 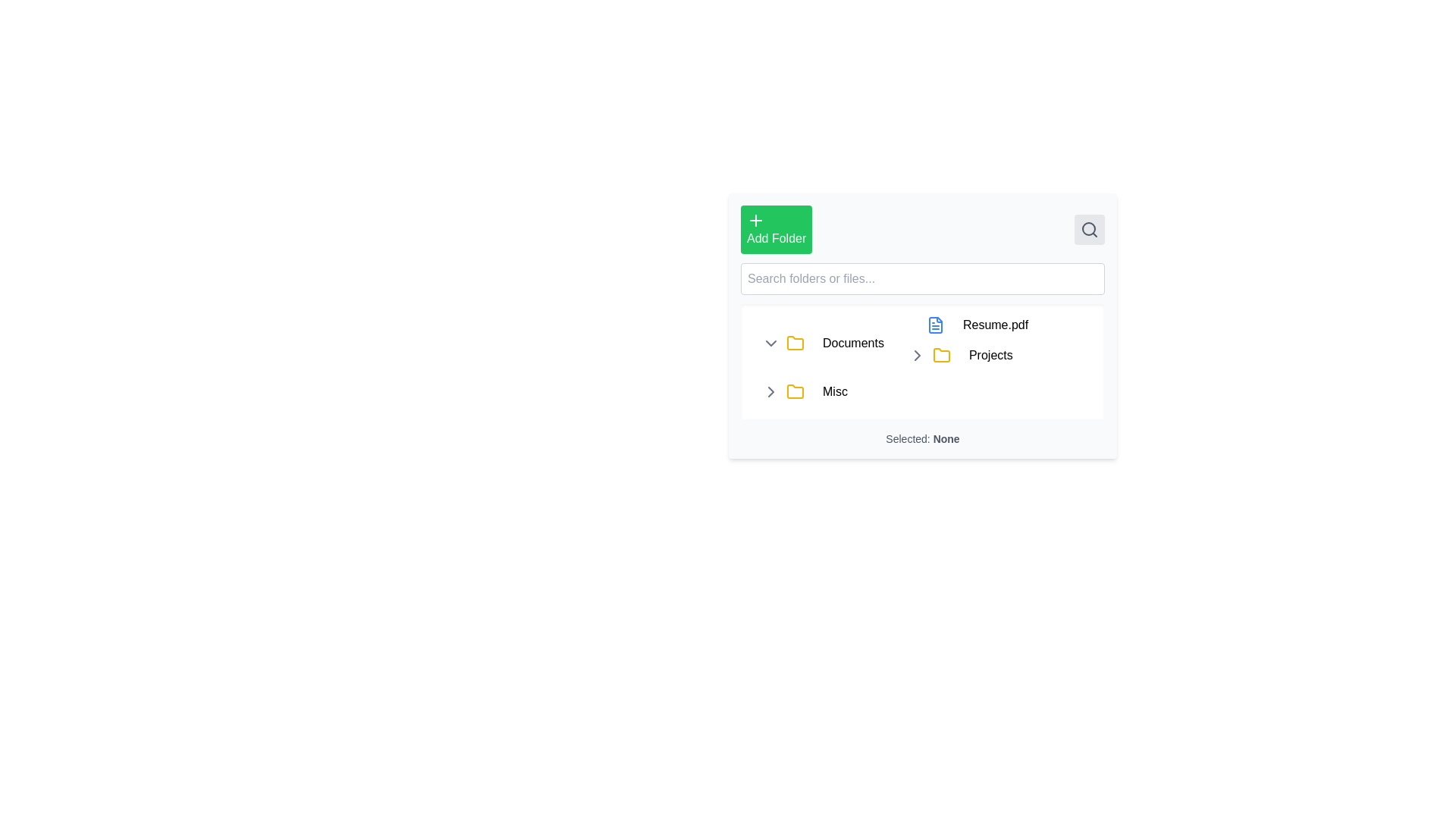 I want to click on the static text element displaying the currently selected item's name, which shows 'None' and is located after the text 'Selected:' in the file selection interface, so click(x=946, y=438).